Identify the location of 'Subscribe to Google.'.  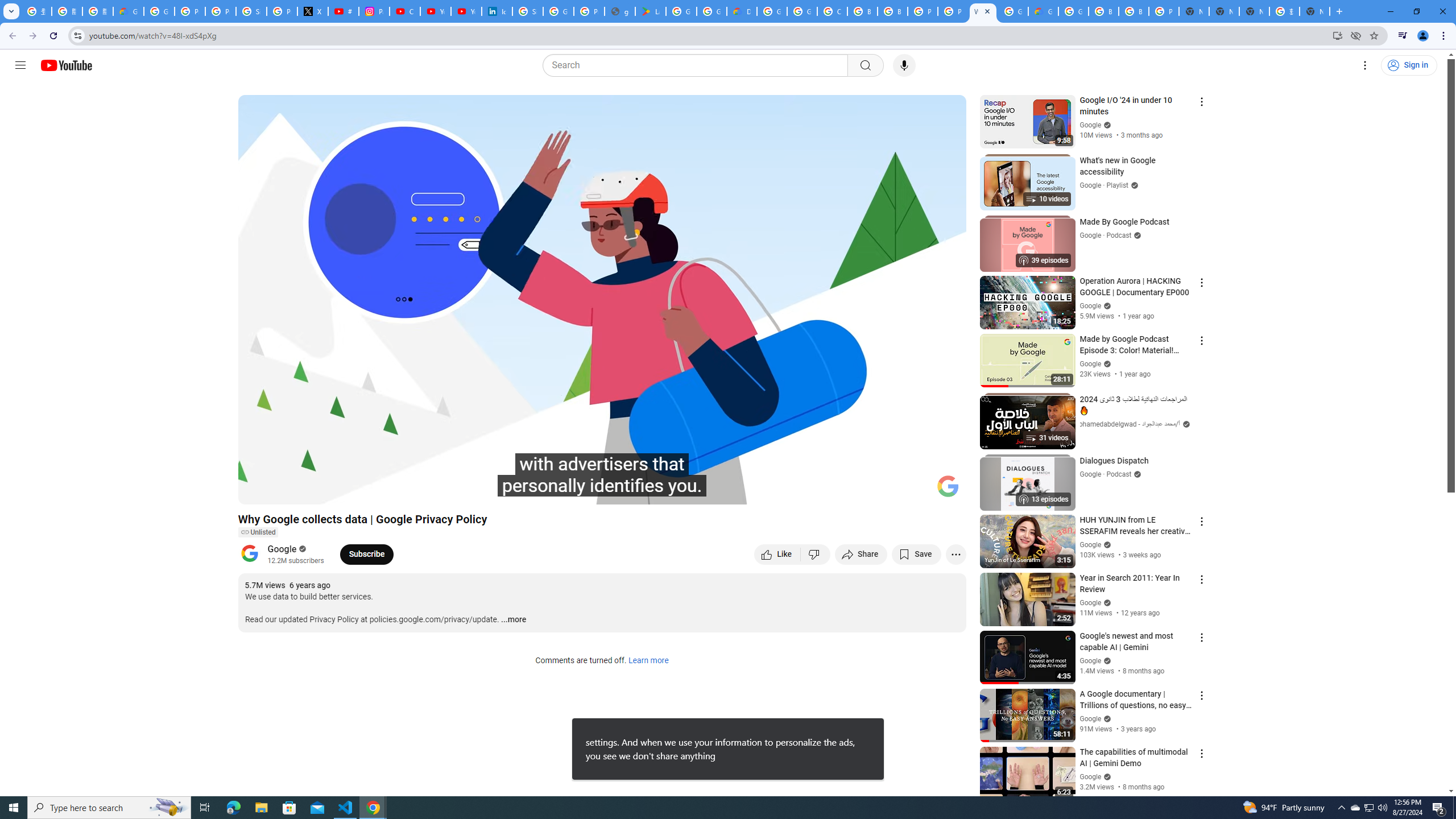
(366, 553).